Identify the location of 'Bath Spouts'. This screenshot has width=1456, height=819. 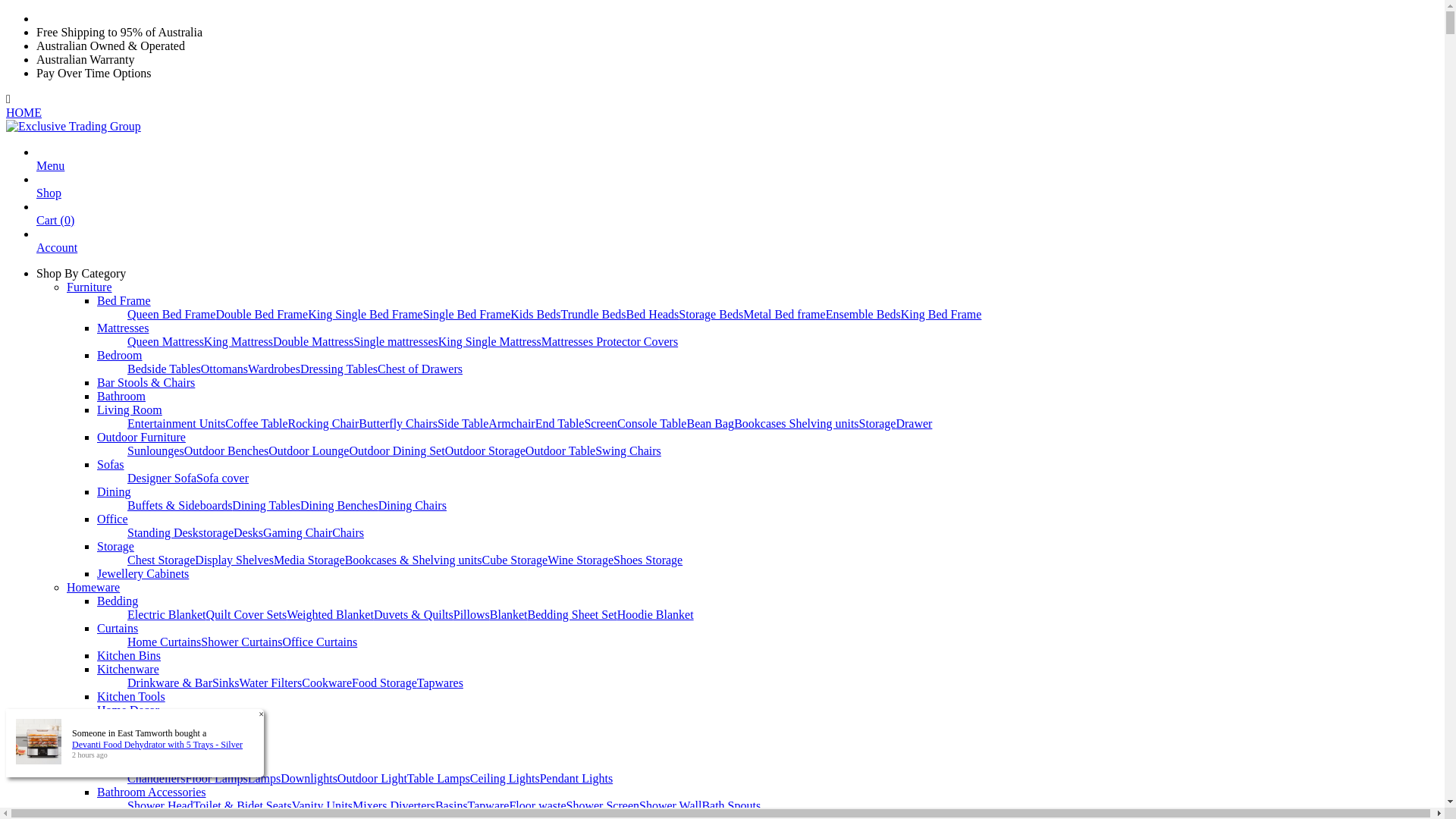
(731, 805).